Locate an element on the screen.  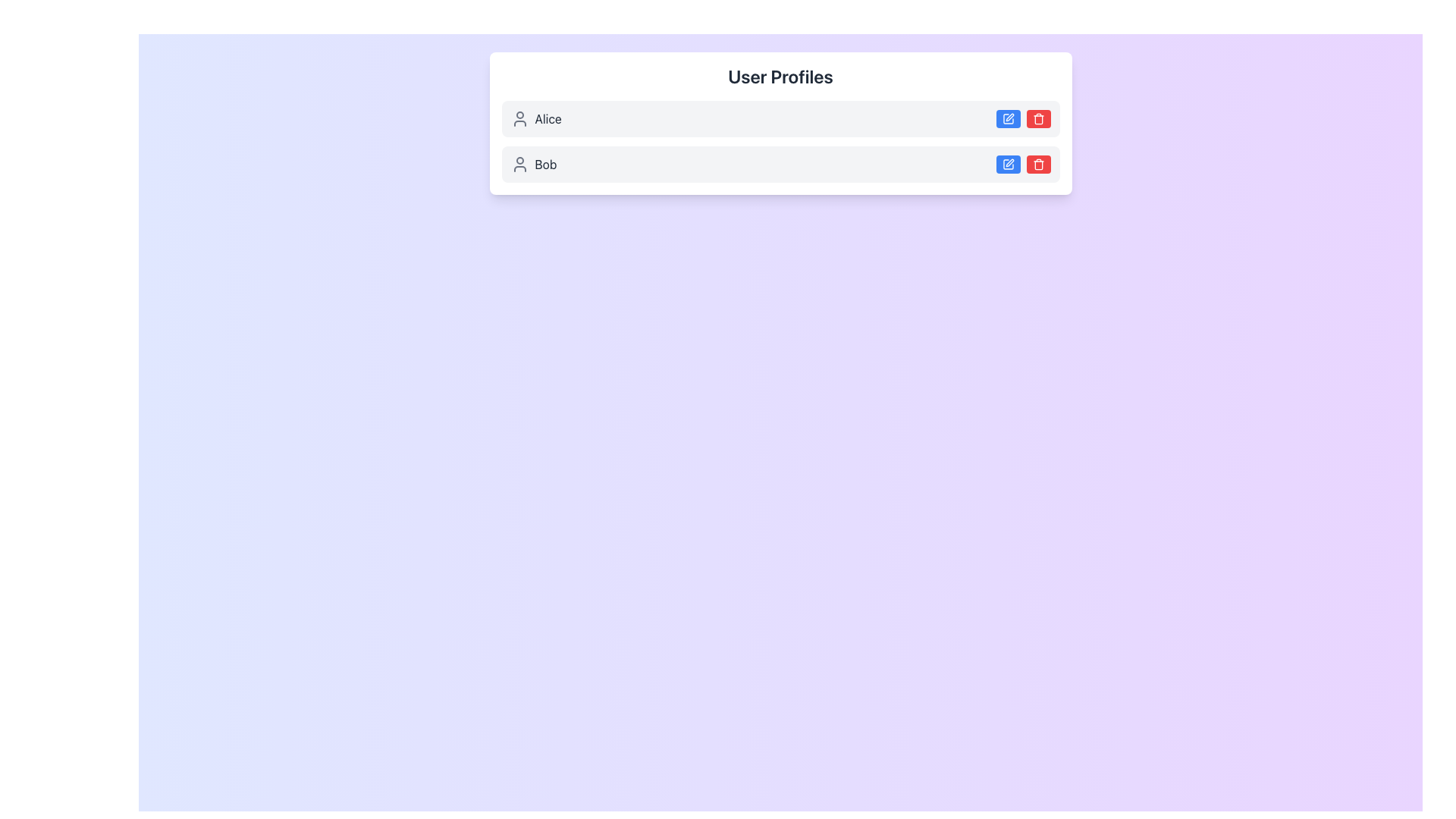
the delete button for user 'Alice' located at the rightmost position in the User Profiles section, adjacent to the edit button is located at coordinates (1037, 118).